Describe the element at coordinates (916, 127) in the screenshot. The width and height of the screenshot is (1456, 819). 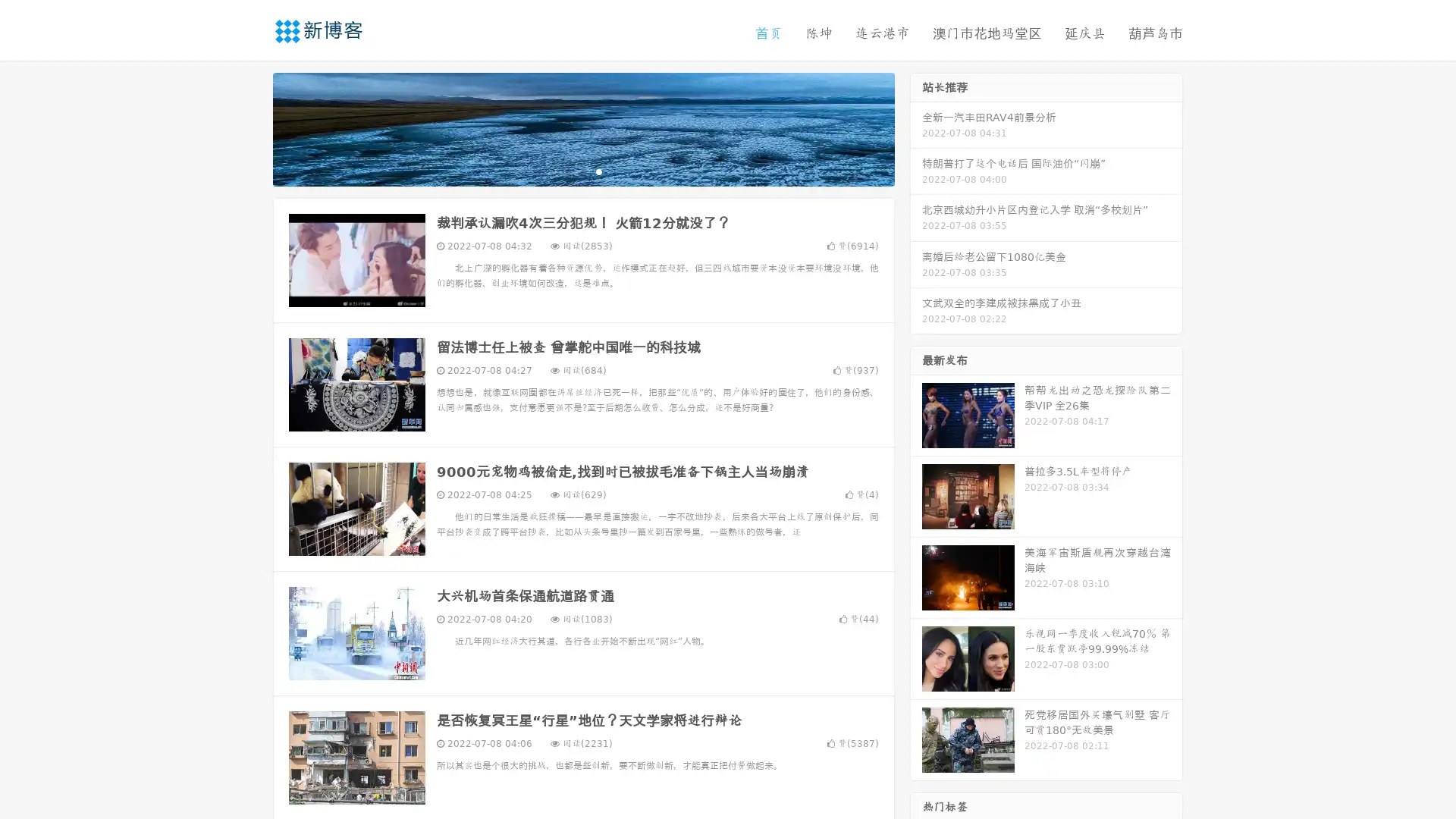
I see `Next slide` at that location.